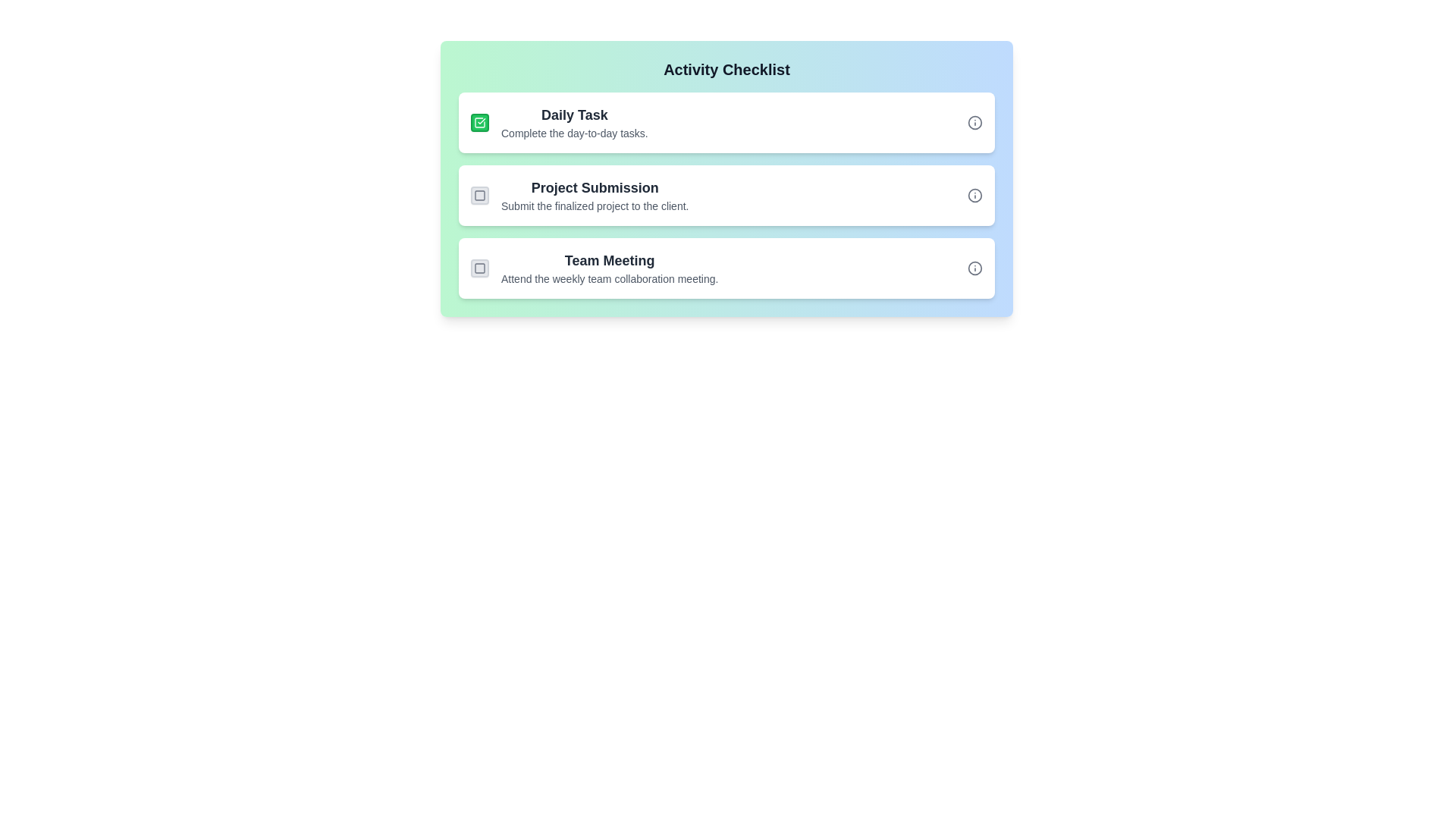 This screenshot has width=1456, height=819. What do you see at coordinates (479, 195) in the screenshot?
I see `the square checkbox icon for the 'Team Meeting' checklist item` at bounding box center [479, 195].